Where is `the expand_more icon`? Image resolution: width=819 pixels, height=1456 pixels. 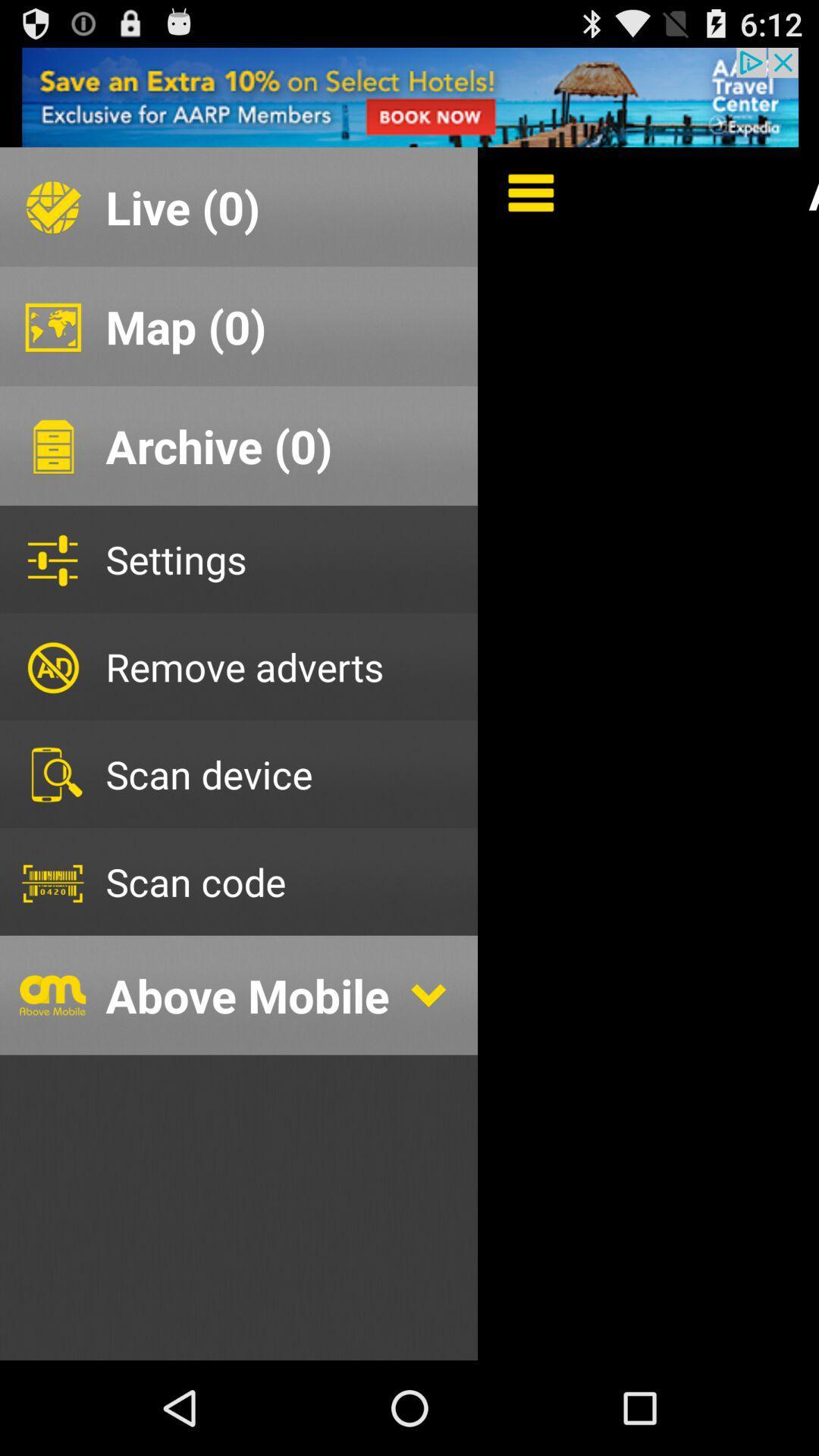
the expand_more icon is located at coordinates (428, 1064).